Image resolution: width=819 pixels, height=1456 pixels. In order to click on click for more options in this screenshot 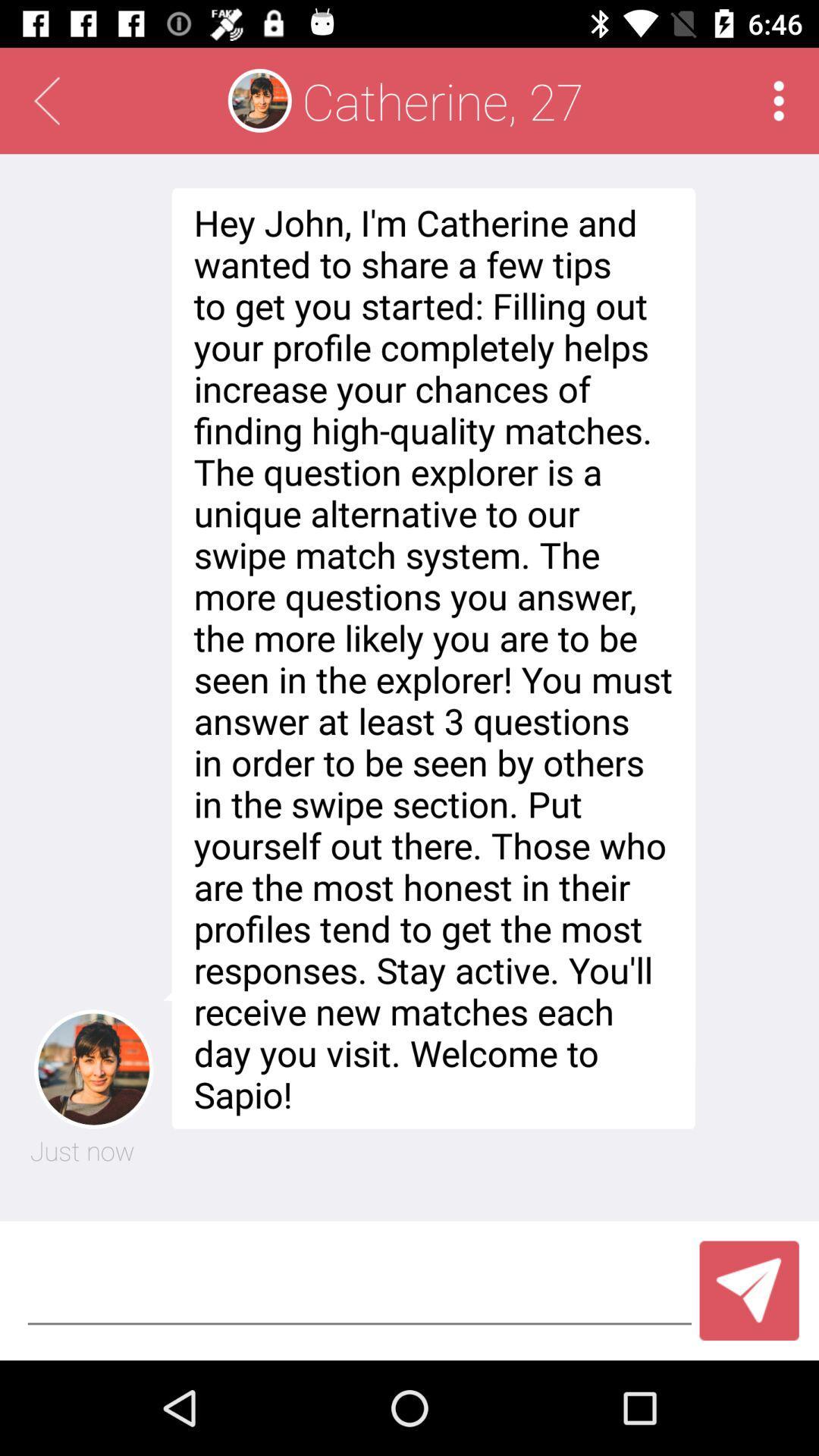, I will do `click(779, 100)`.